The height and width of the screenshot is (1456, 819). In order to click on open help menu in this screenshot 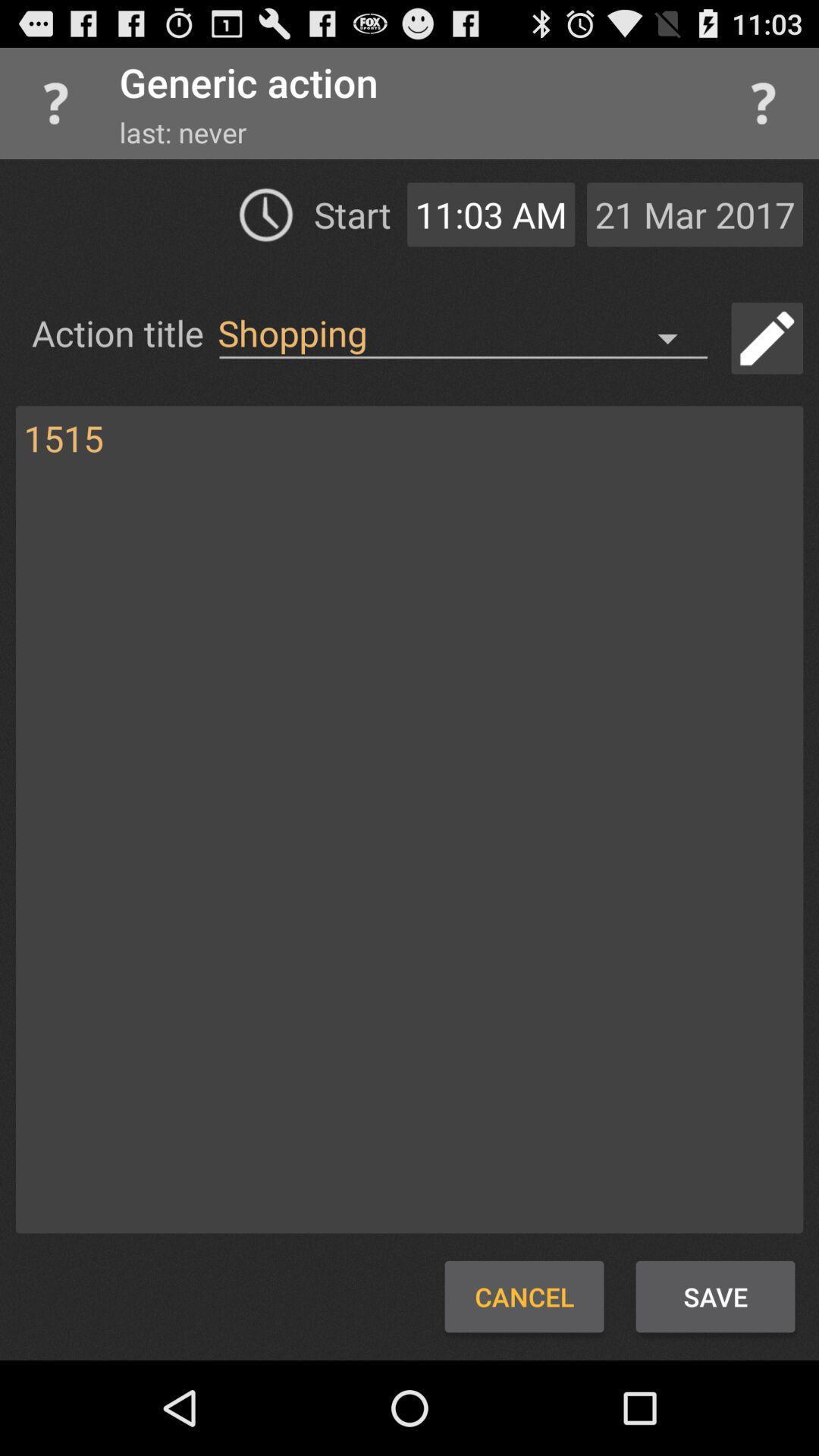, I will do `click(763, 102)`.